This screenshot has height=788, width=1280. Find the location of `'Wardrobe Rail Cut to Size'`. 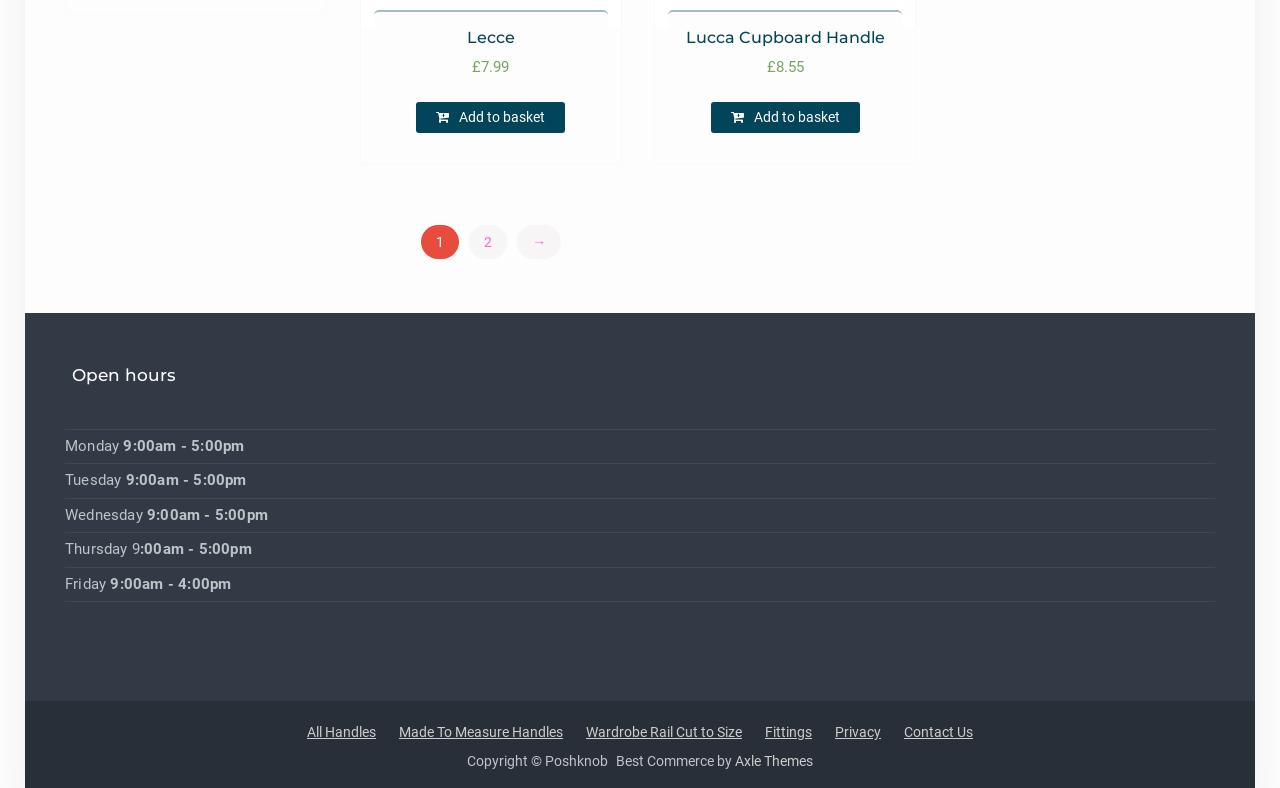

'Wardrobe Rail Cut to Size' is located at coordinates (664, 731).